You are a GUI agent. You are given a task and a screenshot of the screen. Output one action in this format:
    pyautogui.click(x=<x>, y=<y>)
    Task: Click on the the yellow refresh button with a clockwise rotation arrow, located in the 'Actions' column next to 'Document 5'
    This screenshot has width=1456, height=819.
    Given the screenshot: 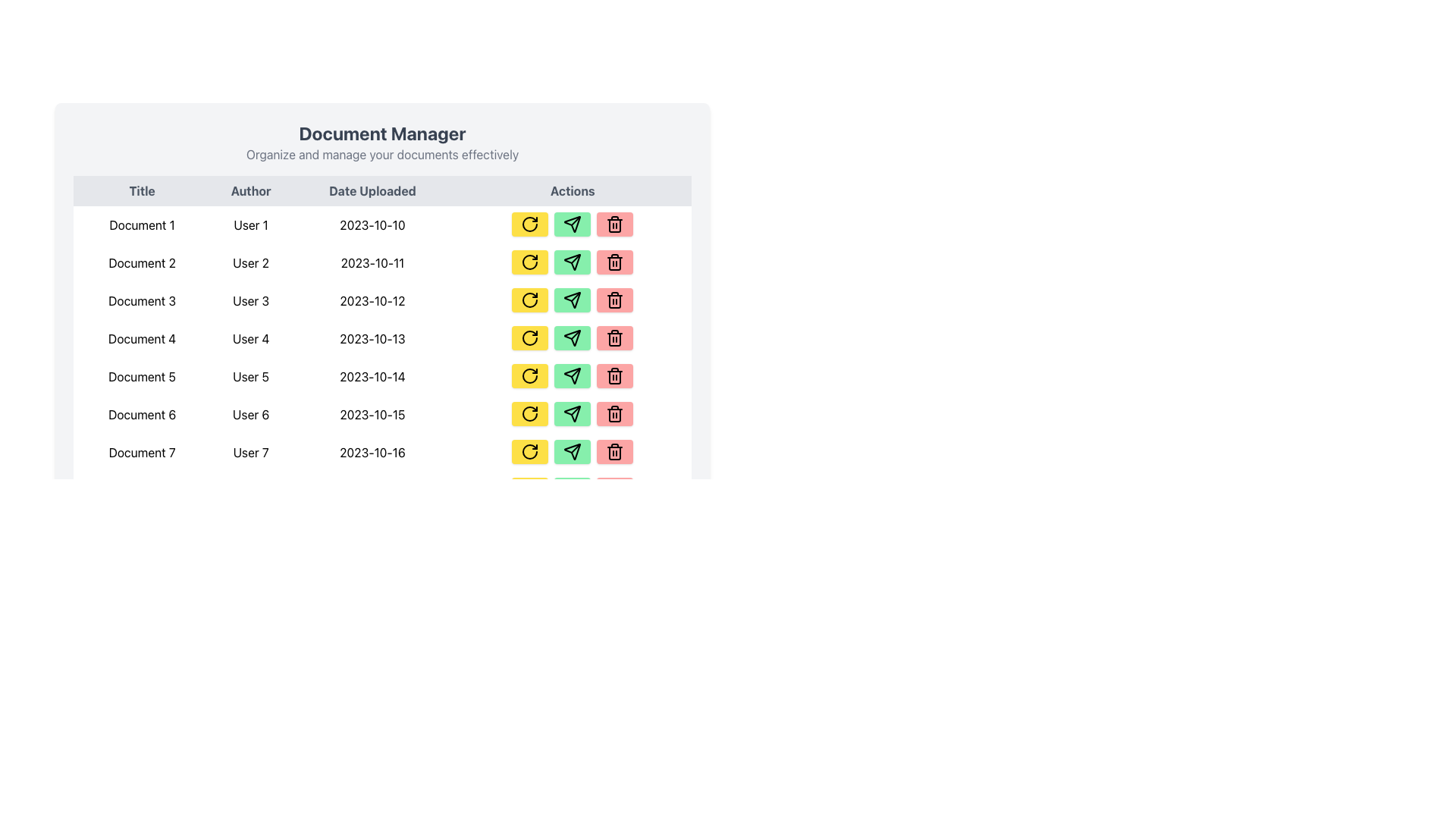 What is the action you would take?
    pyautogui.click(x=530, y=375)
    